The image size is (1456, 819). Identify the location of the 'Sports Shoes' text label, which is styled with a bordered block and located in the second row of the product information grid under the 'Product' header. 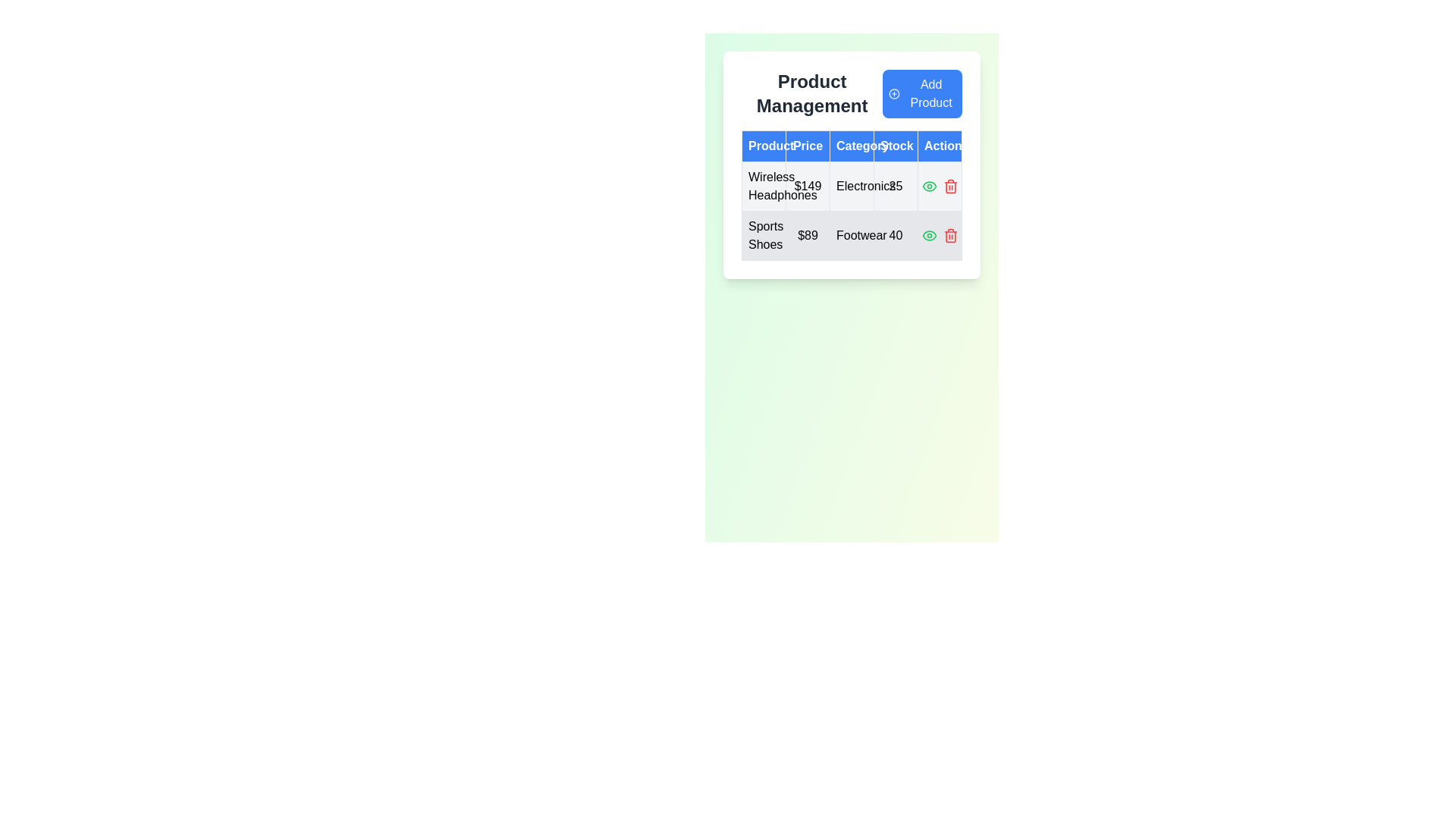
(764, 236).